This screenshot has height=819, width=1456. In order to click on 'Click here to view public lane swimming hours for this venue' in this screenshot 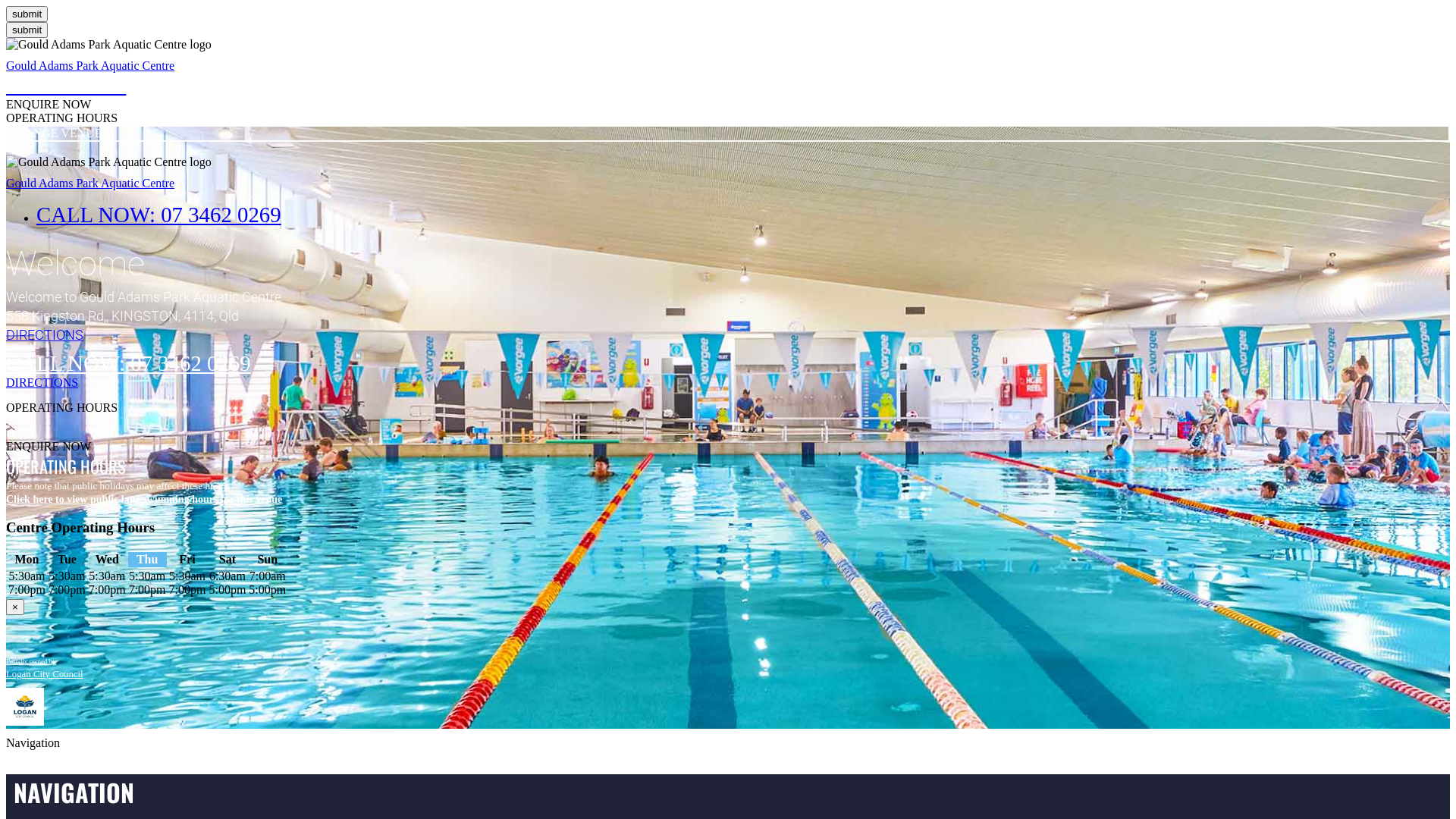, I will do `click(6, 499)`.